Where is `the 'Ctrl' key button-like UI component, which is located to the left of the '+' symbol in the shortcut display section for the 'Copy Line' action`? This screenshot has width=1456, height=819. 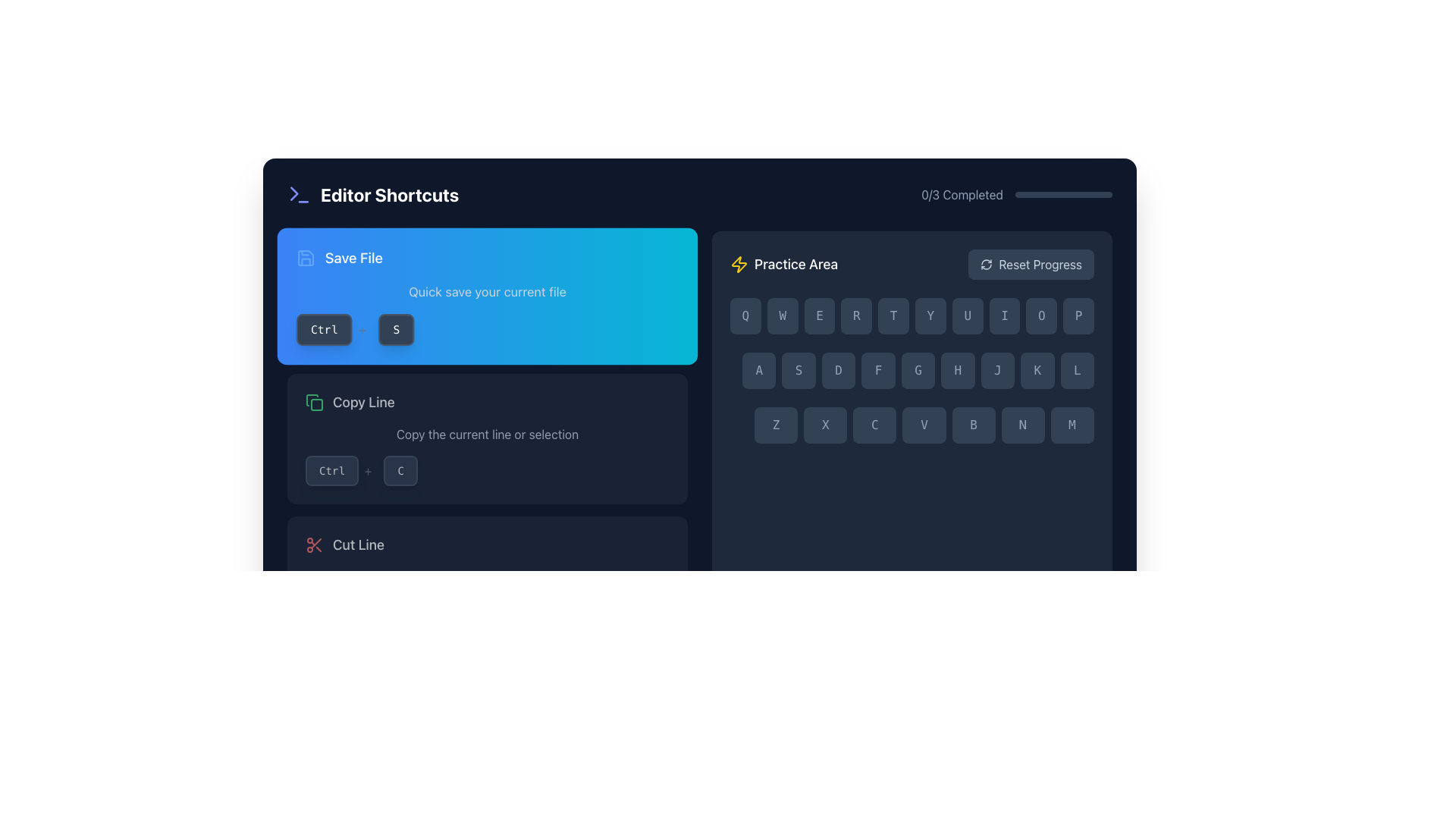 the 'Ctrl' key button-like UI component, which is located to the left of the '+' symbol in the shortcut display section for the 'Copy Line' action is located at coordinates (331, 470).